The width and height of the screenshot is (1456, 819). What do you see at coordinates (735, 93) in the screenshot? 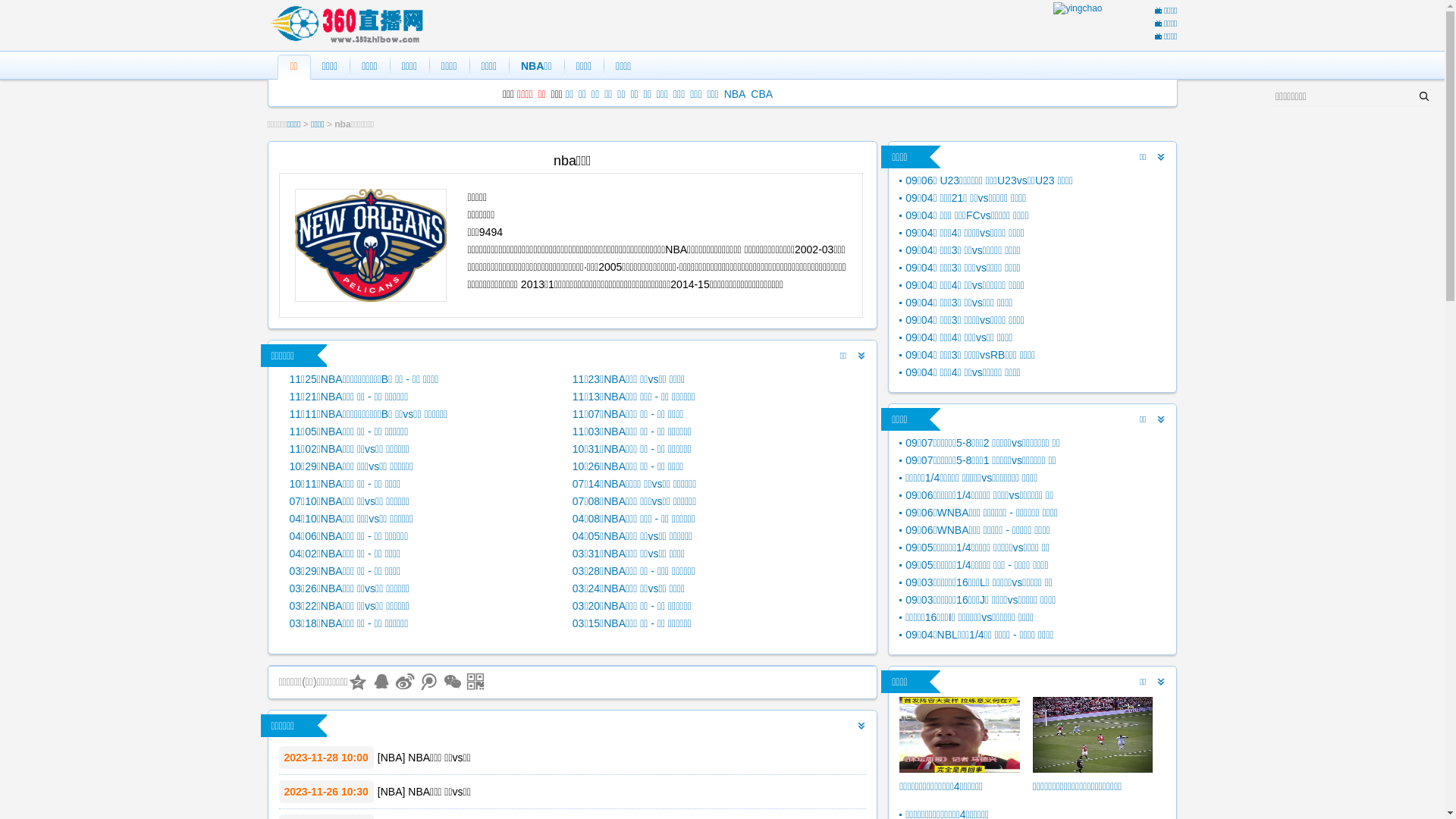
I see `'NBA'` at bounding box center [735, 93].